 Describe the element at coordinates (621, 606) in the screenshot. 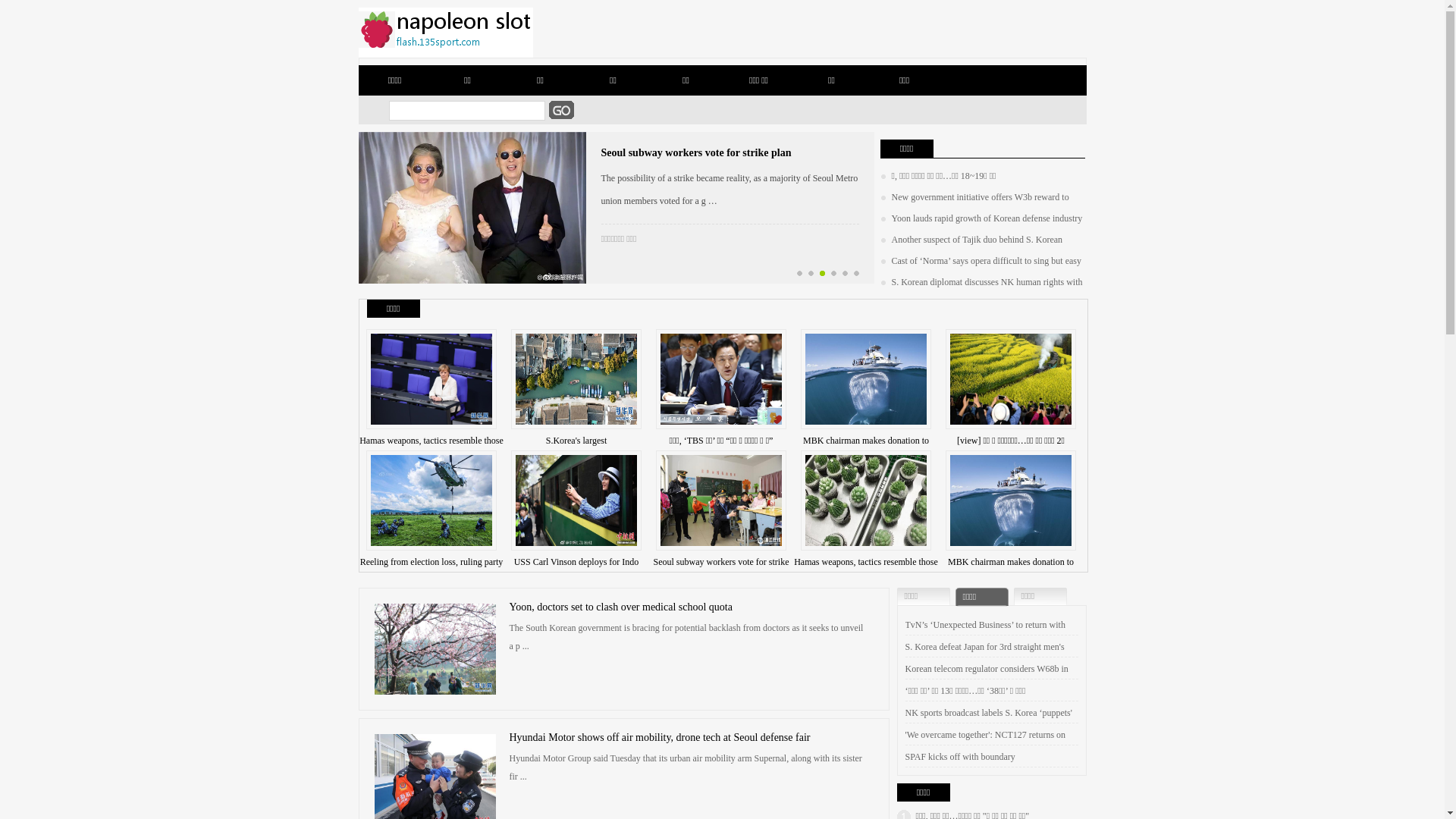

I see `'Yoon, doctors set to clash over medical school quota'` at that location.